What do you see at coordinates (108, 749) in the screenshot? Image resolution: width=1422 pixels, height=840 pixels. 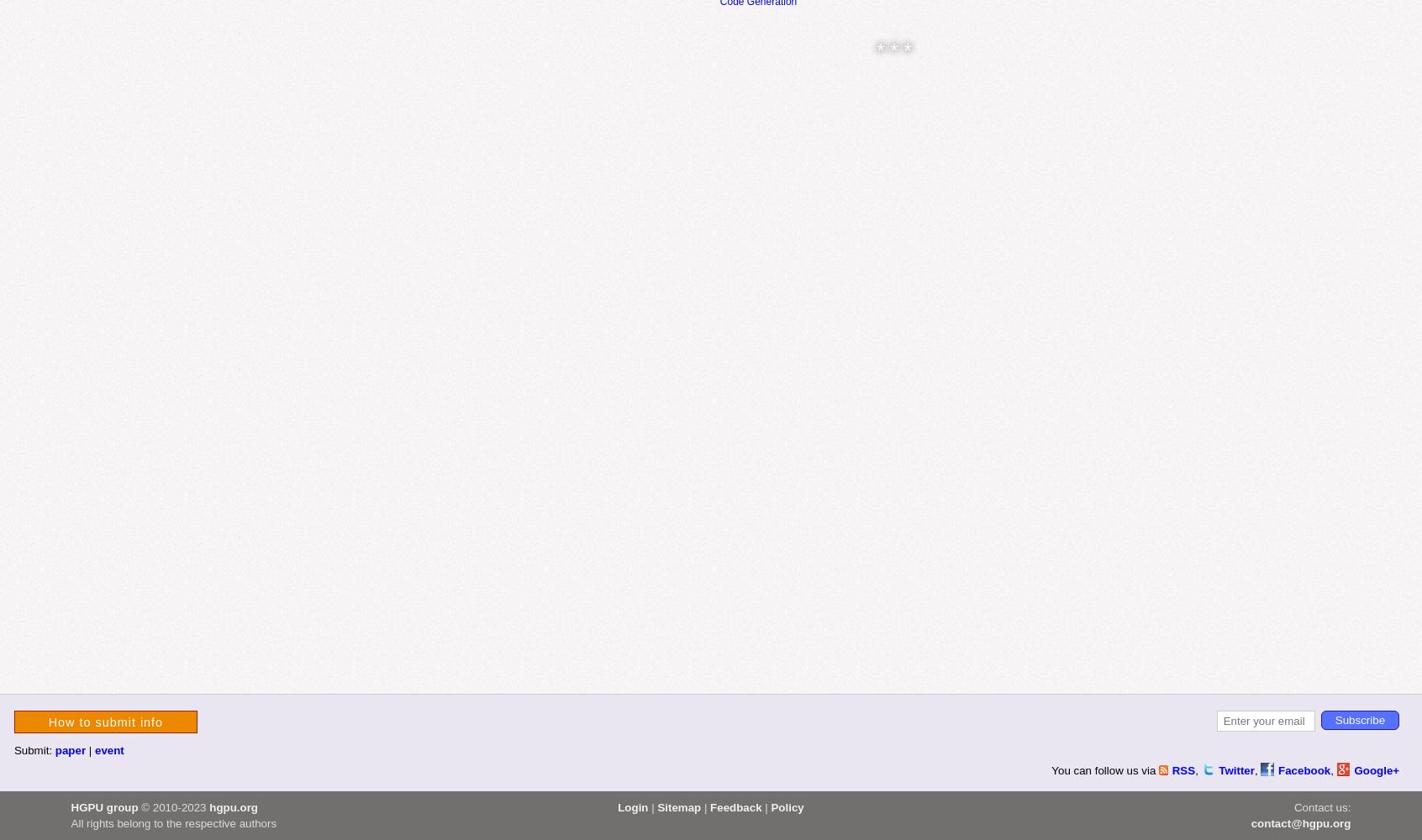 I see `'event'` at bounding box center [108, 749].